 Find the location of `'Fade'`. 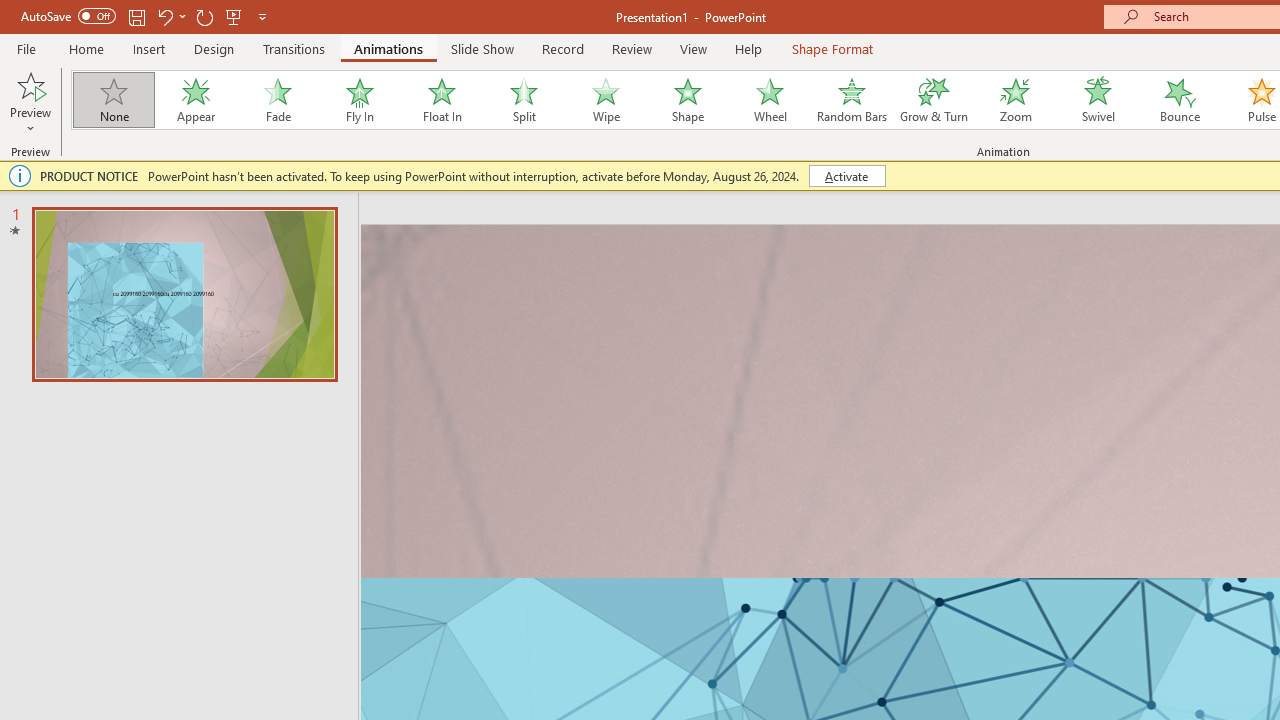

'Fade' is located at coordinates (276, 100).